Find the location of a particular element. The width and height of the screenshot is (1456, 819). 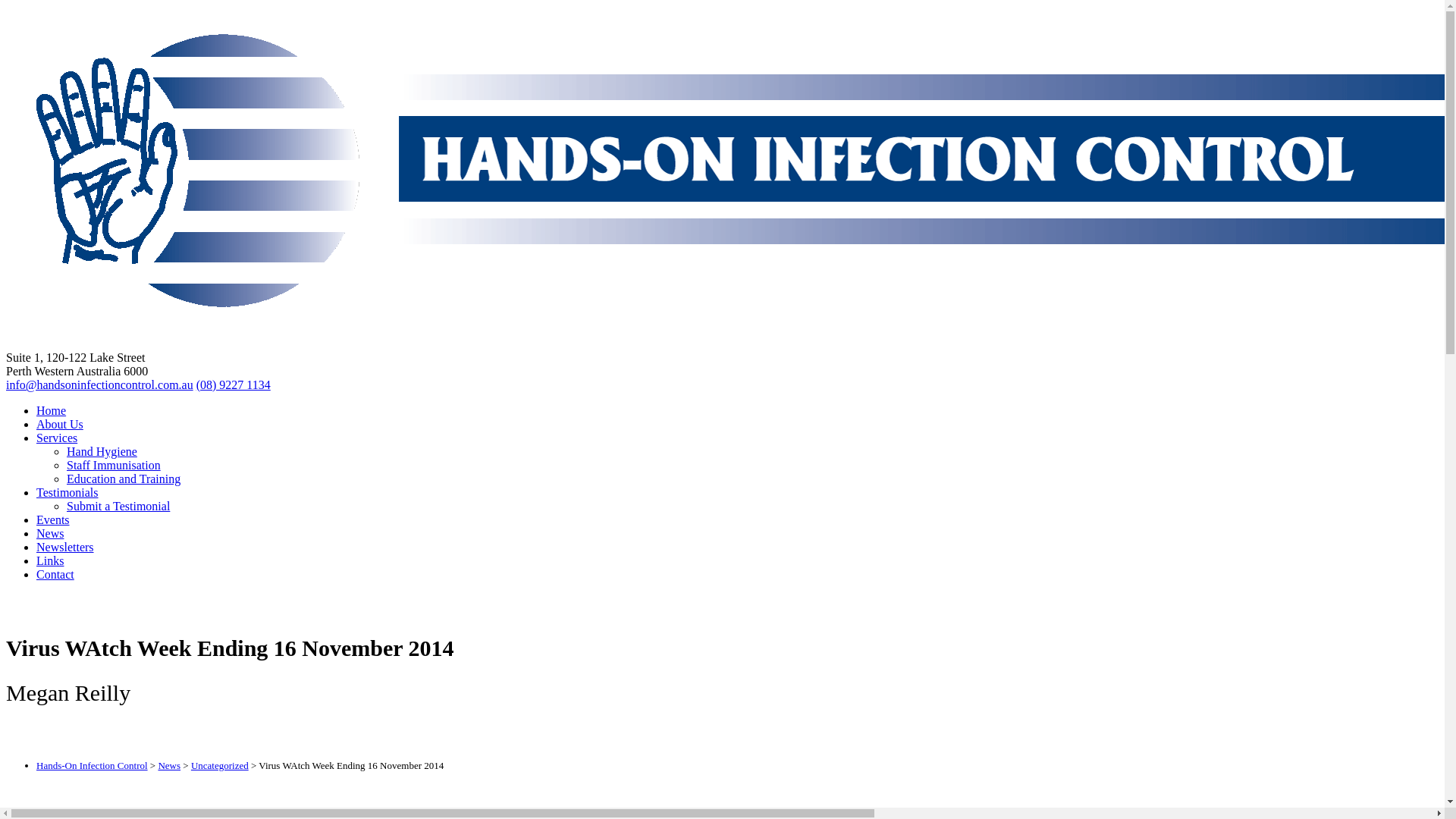

'Education and Training' is located at coordinates (124, 479).